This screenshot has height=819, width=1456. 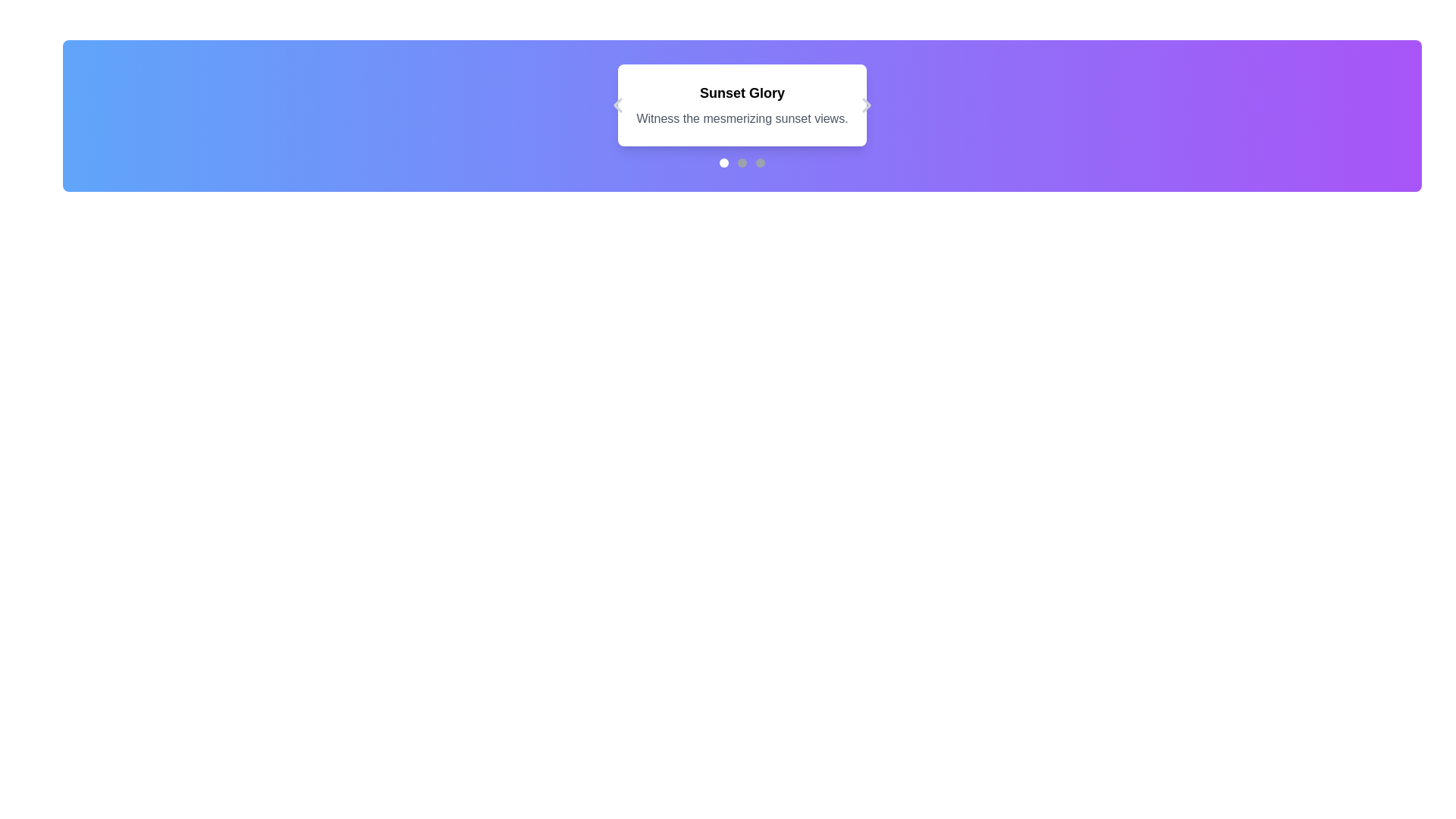 What do you see at coordinates (866, 104) in the screenshot?
I see `the right-chevron SVG icon used for navigation` at bounding box center [866, 104].